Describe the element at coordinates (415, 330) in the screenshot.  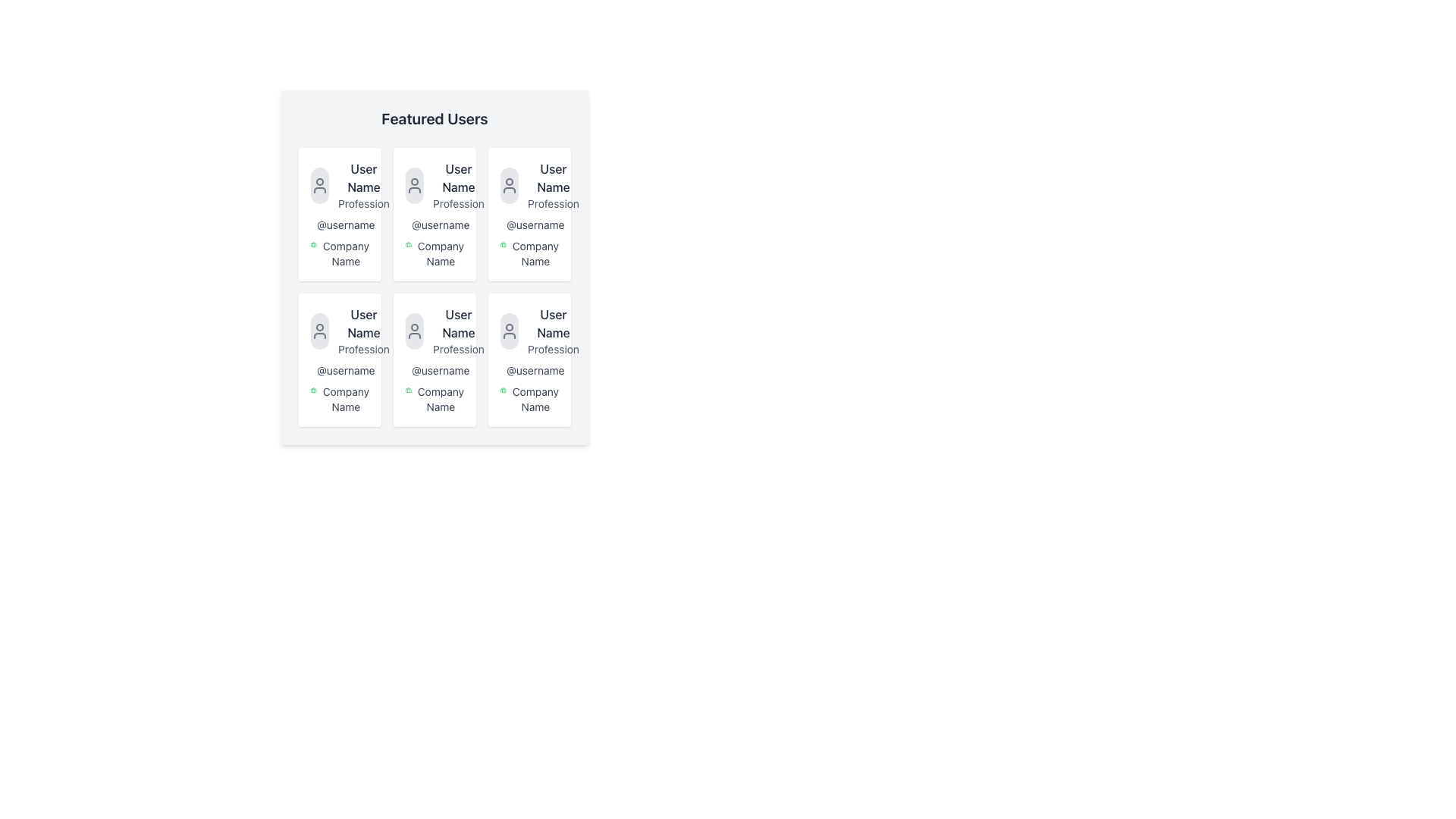
I see `the circular profile icon placeholder with a gray background that contains an SVG user icon` at that location.